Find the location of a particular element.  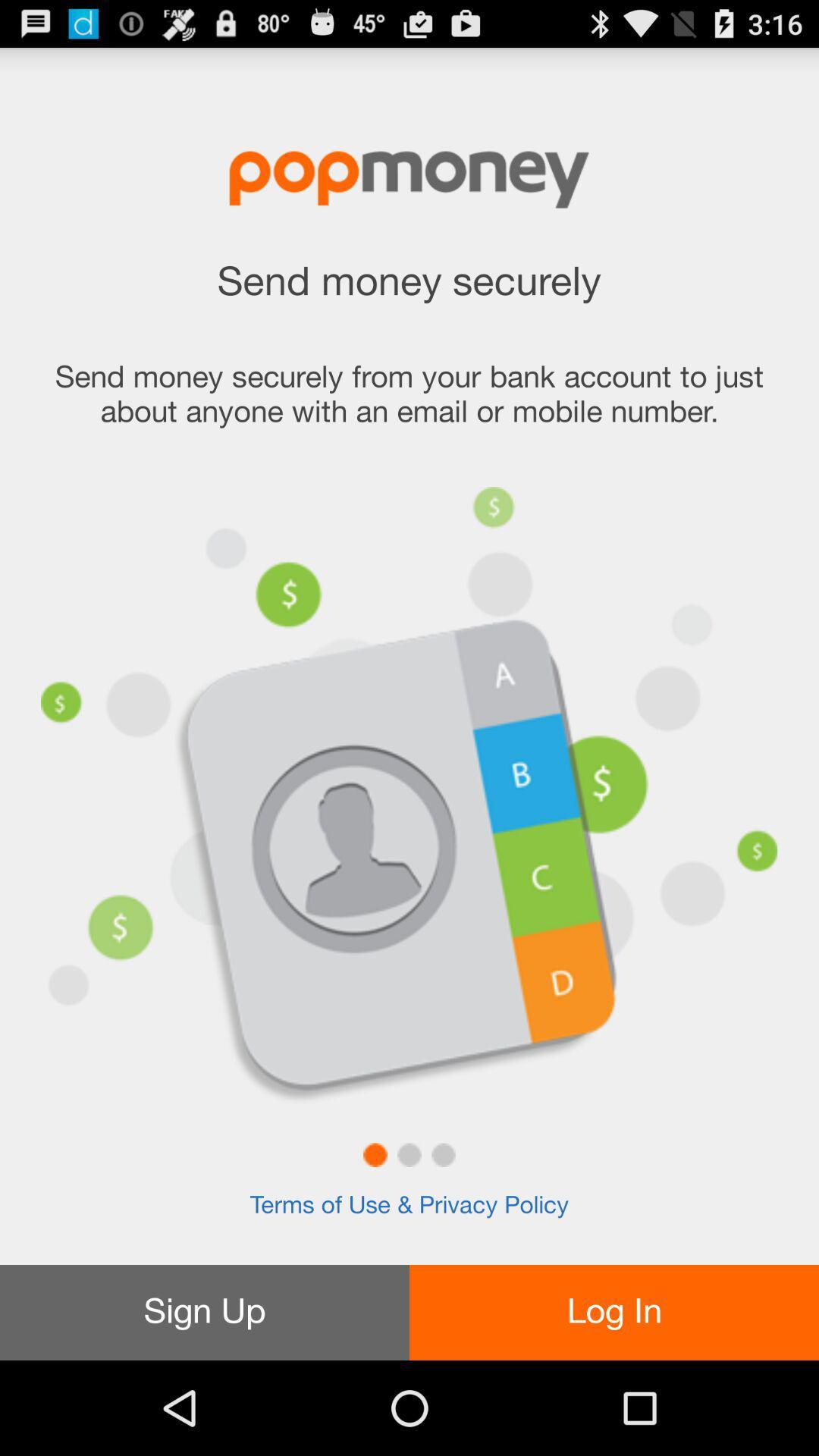

the item above the sign up icon is located at coordinates (409, 1205).